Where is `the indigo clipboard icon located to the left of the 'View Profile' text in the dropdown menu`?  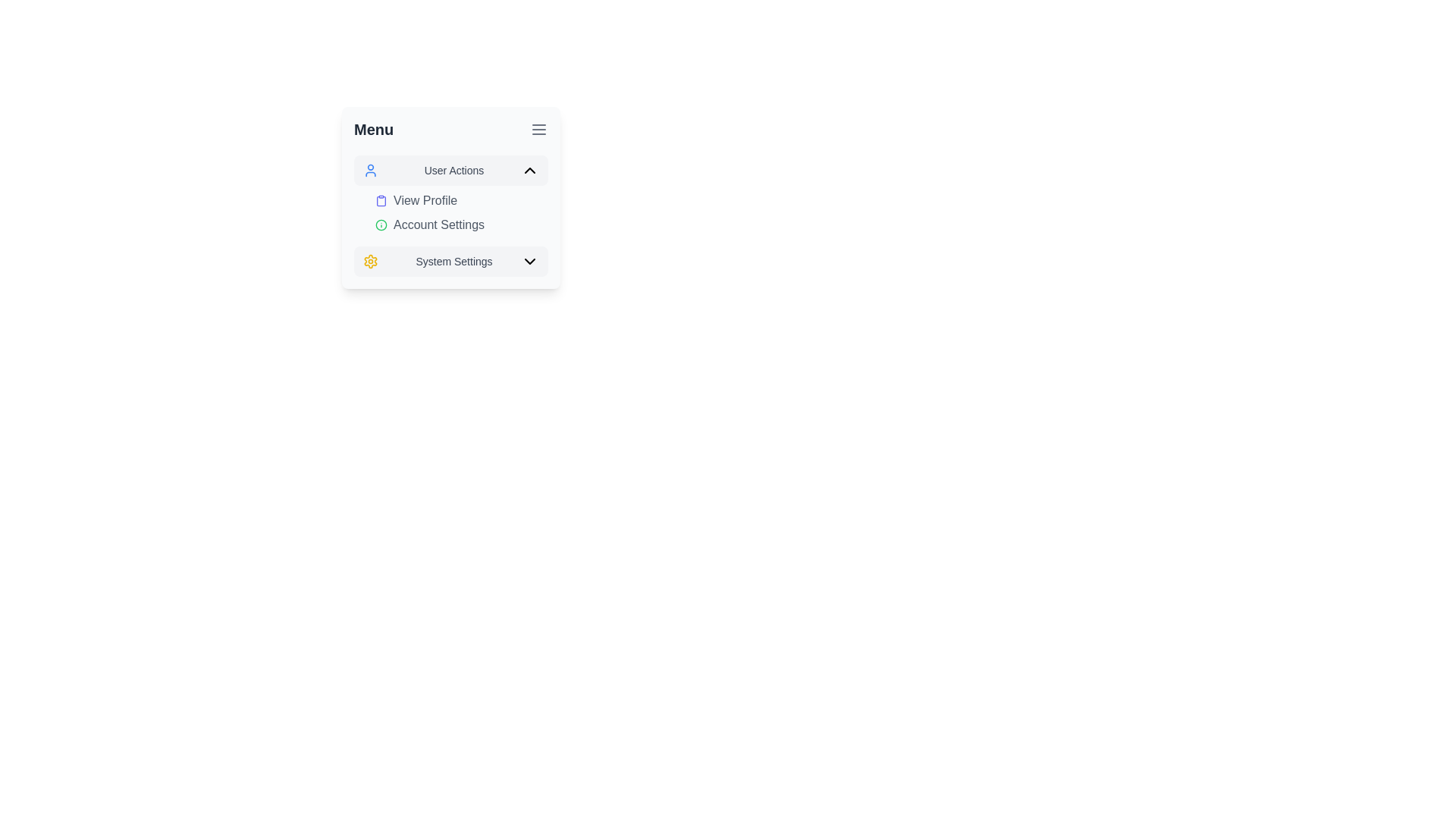
the indigo clipboard icon located to the left of the 'View Profile' text in the dropdown menu is located at coordinates (381, 200).